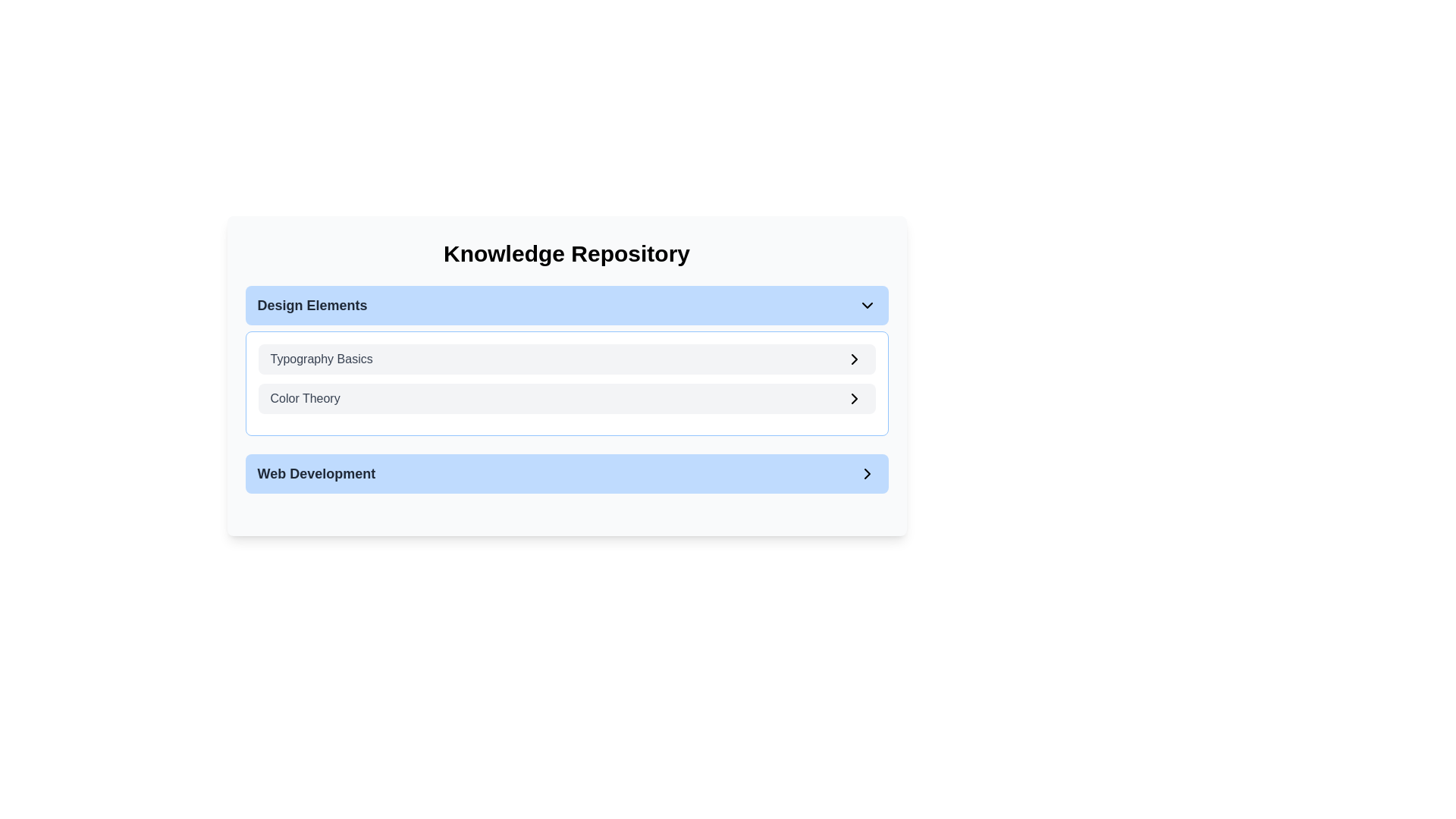  I want to click on the Dropdown menu item labeled 'Typography Basics', so click(566, 360).